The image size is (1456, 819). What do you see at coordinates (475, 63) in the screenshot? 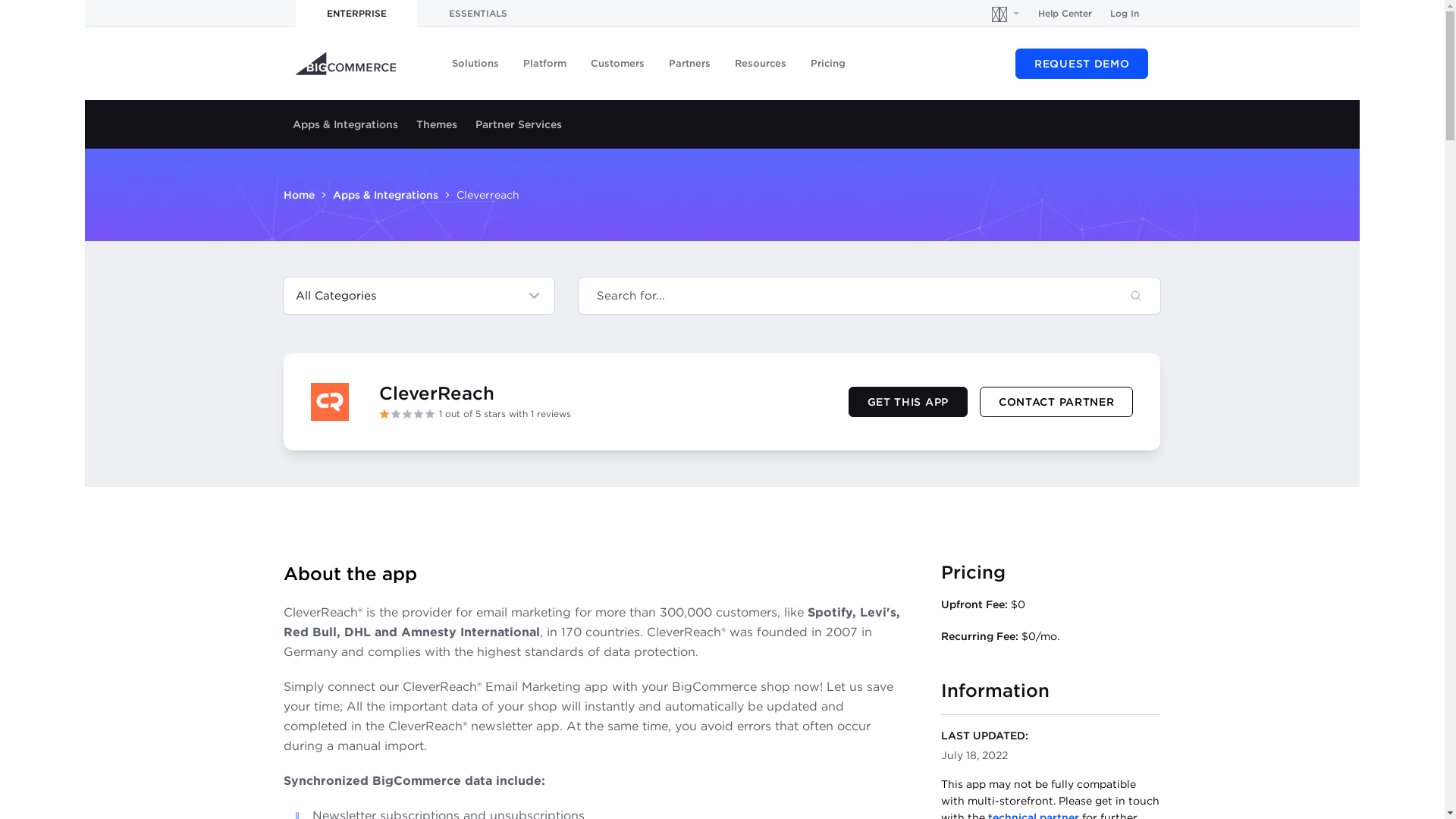
I see `'Solutions'` at bounding box center [475, 63].